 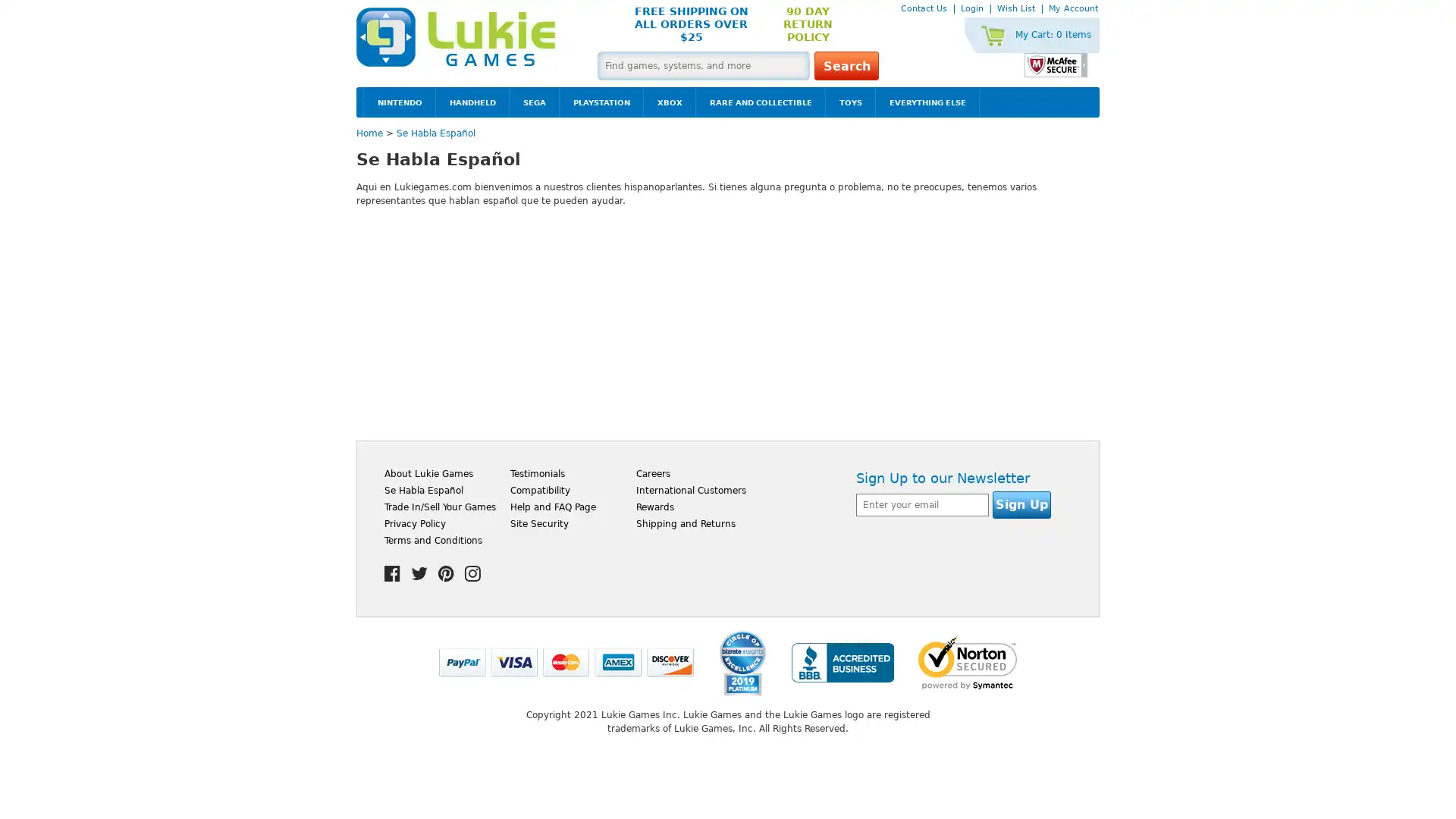 What do you see at coordinates (1021, 505) in the screenshot?
I see `Sign Up` at bounding box center [1021, 505].